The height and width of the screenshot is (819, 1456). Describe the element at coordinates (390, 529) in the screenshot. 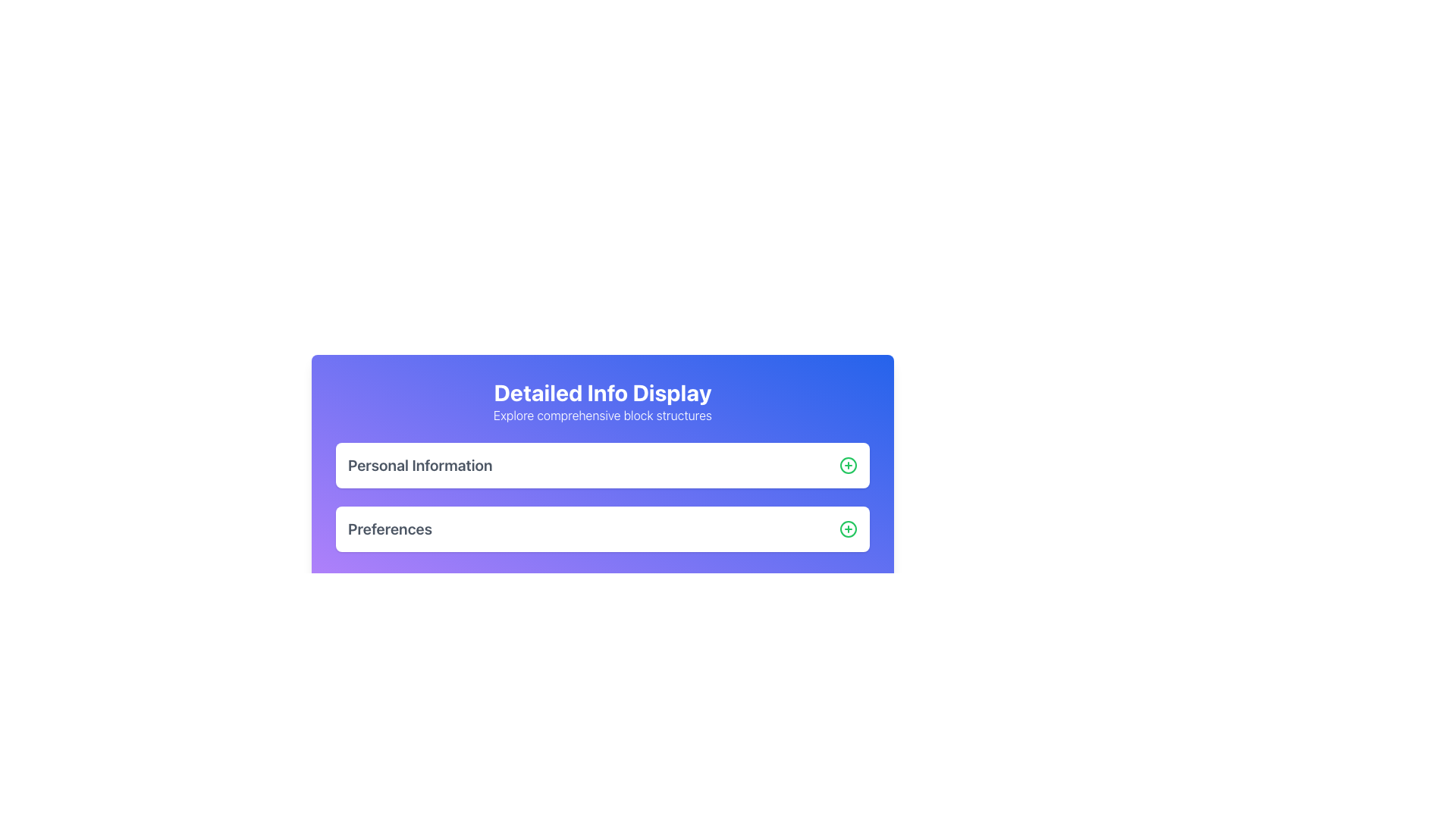

I see `the static text label displaying 'Preferences' in bold gray font, located under 'Personal Information' on a light blue background` at that location.